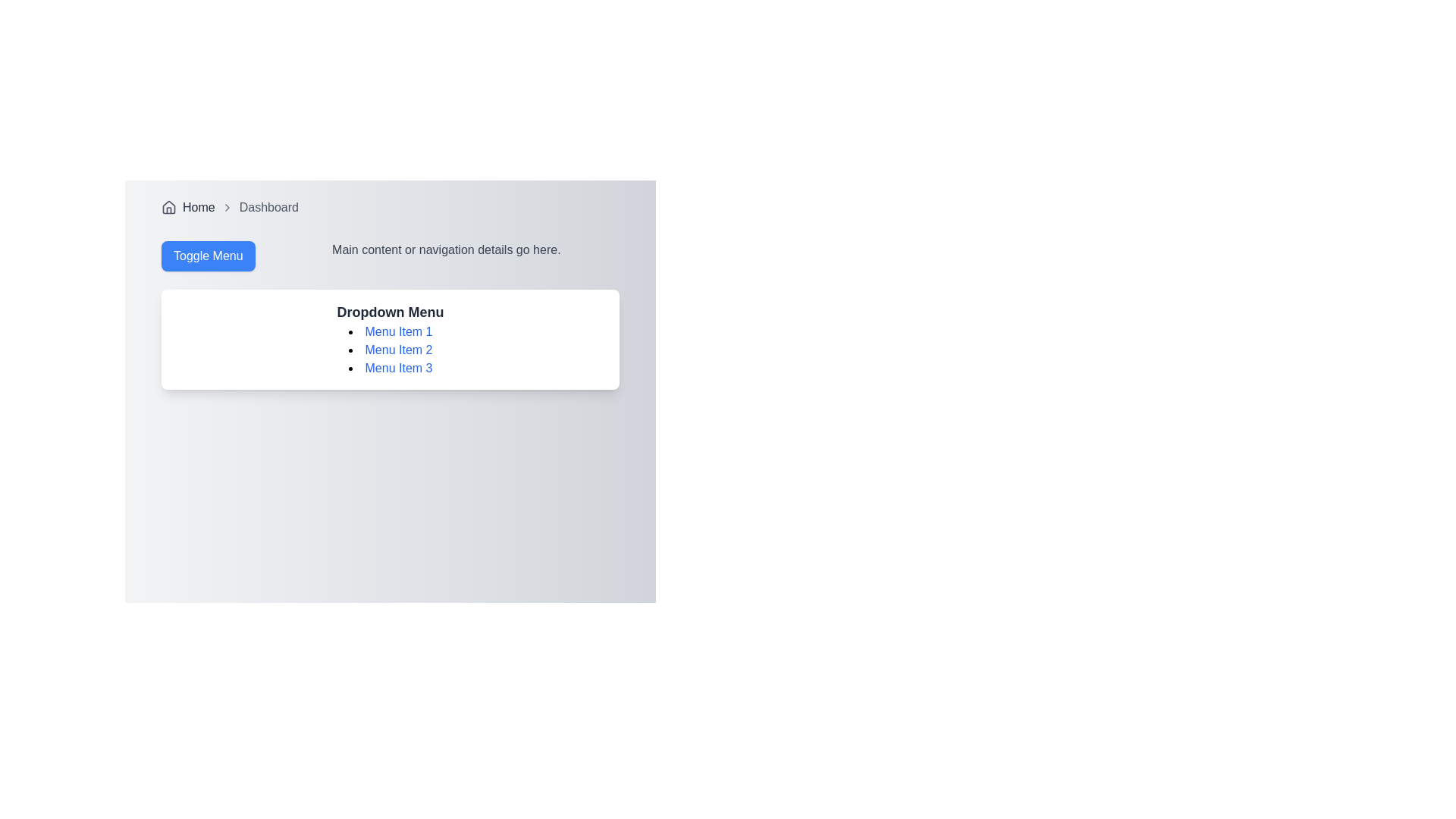 The height and width of the screenshot is (819, 1456). Describe the element at coordinates (390, 331) in the screenshot. I see `the first hyperlink in the 'Dropdown Menu'` at that location.